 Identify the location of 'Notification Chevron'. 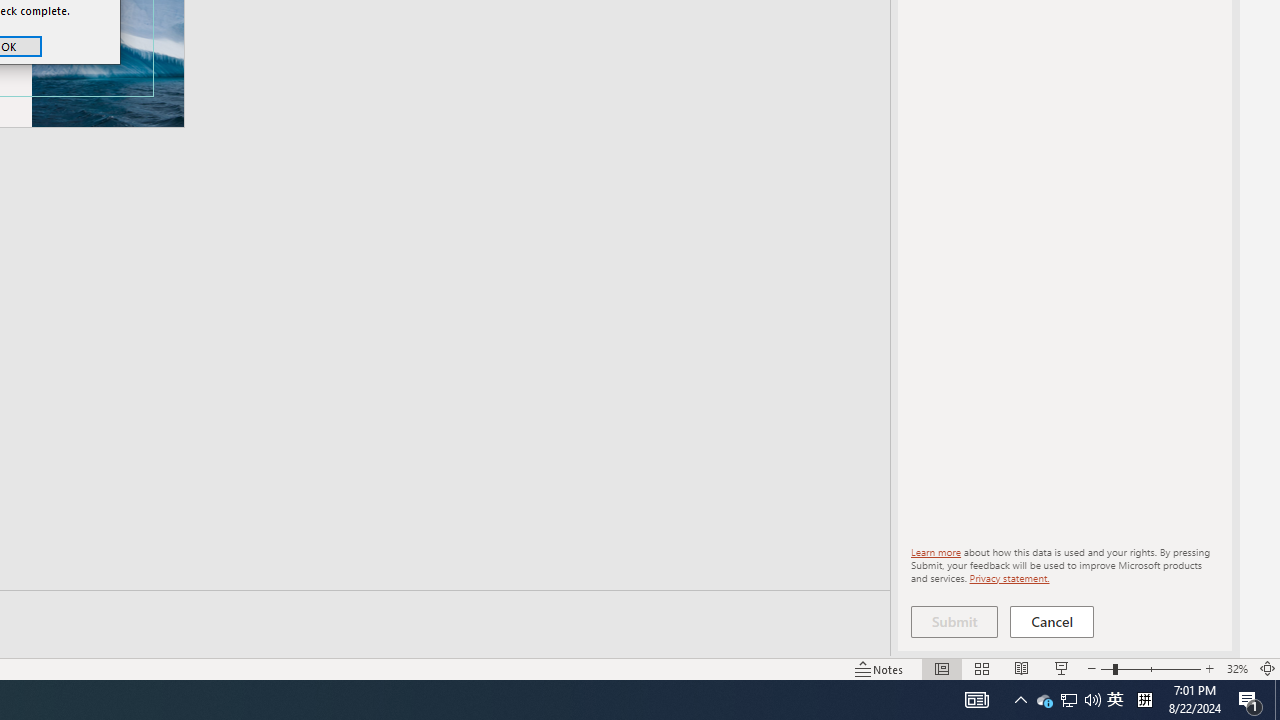
(1020, 698).